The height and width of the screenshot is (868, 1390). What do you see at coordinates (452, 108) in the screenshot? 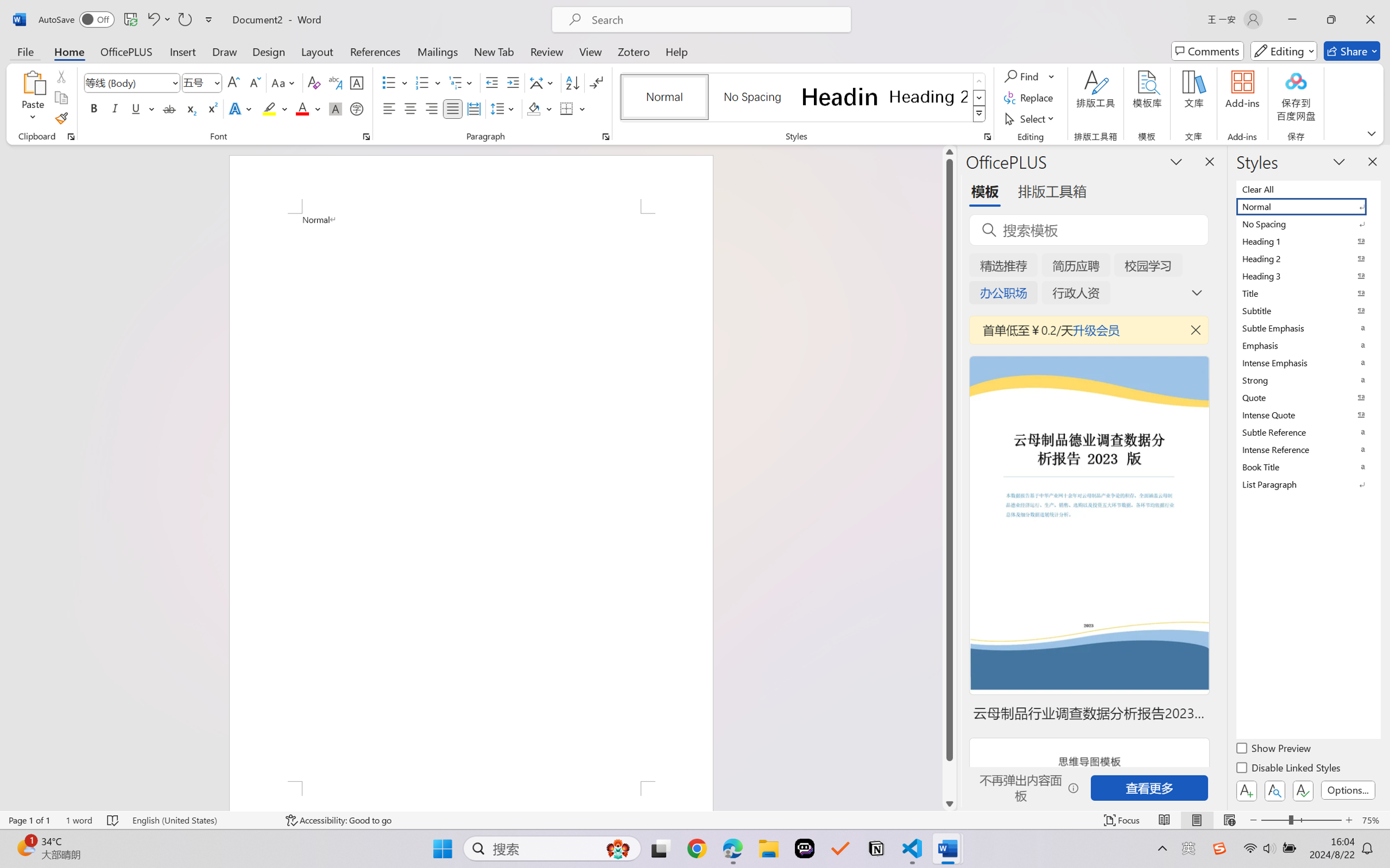
I see `'Justify'` at bounding box center [452, 108].